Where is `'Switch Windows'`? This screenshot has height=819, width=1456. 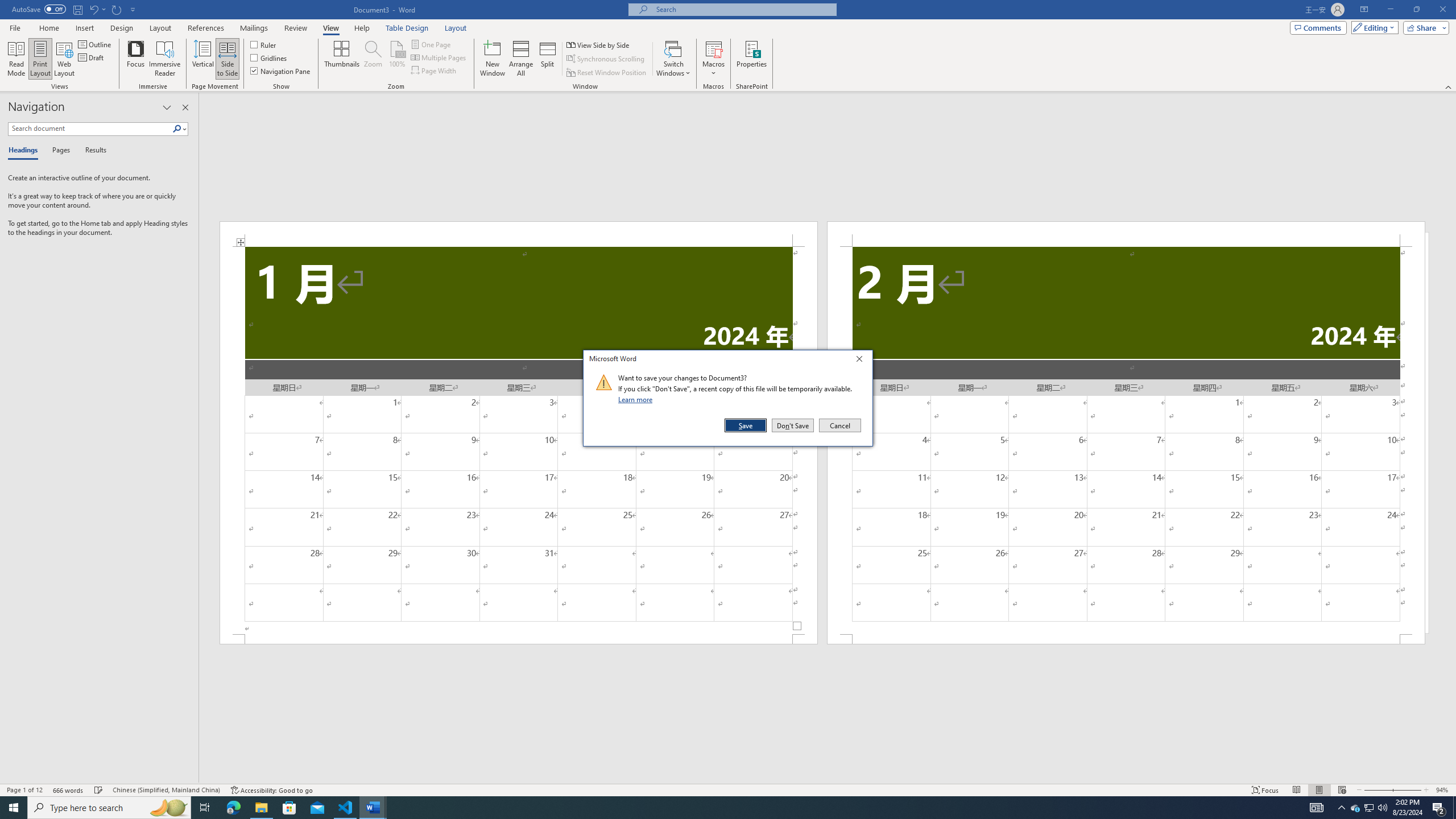
'Switch Windows' is located at coordinates (673, 59).